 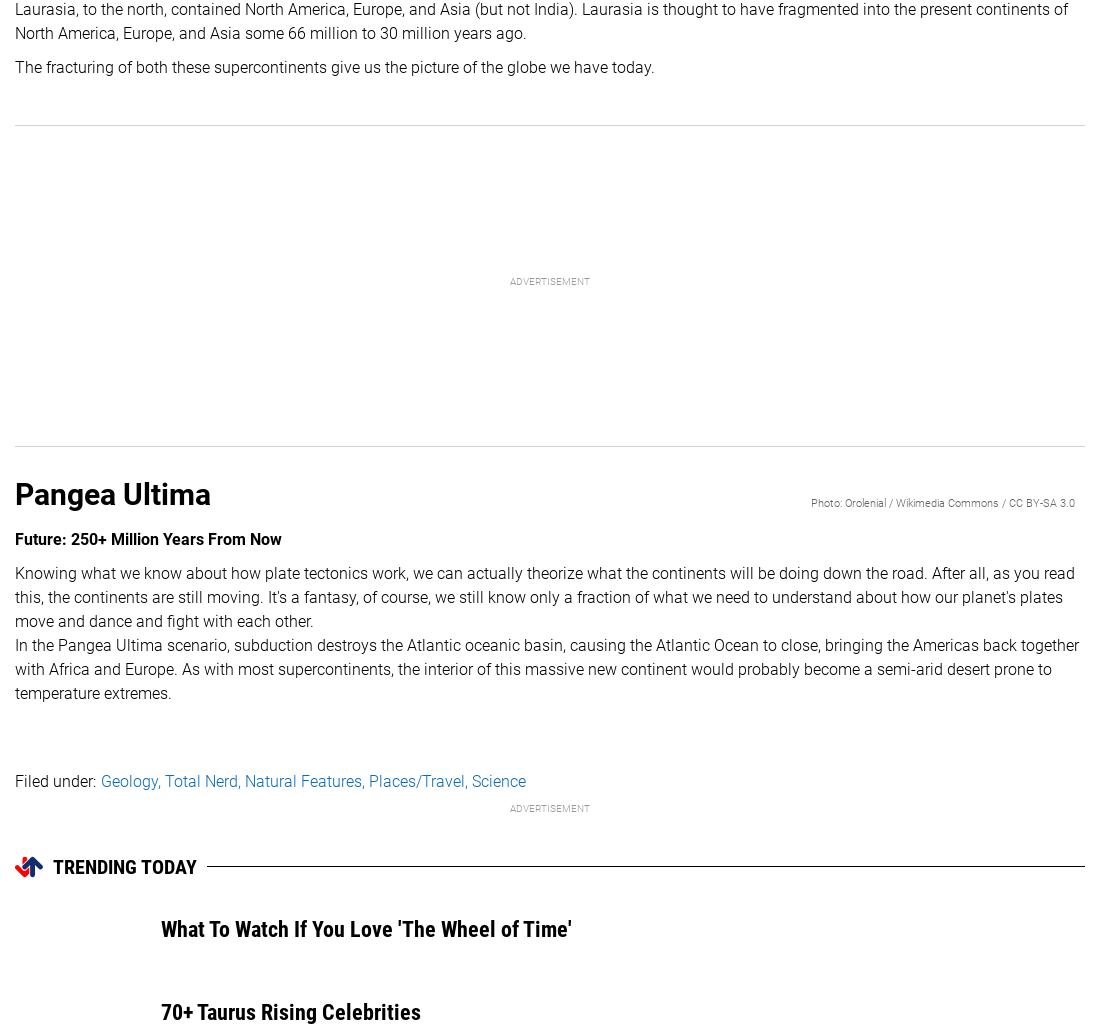 I want to click on 'Places/Travel', so click(x=416, y=779).